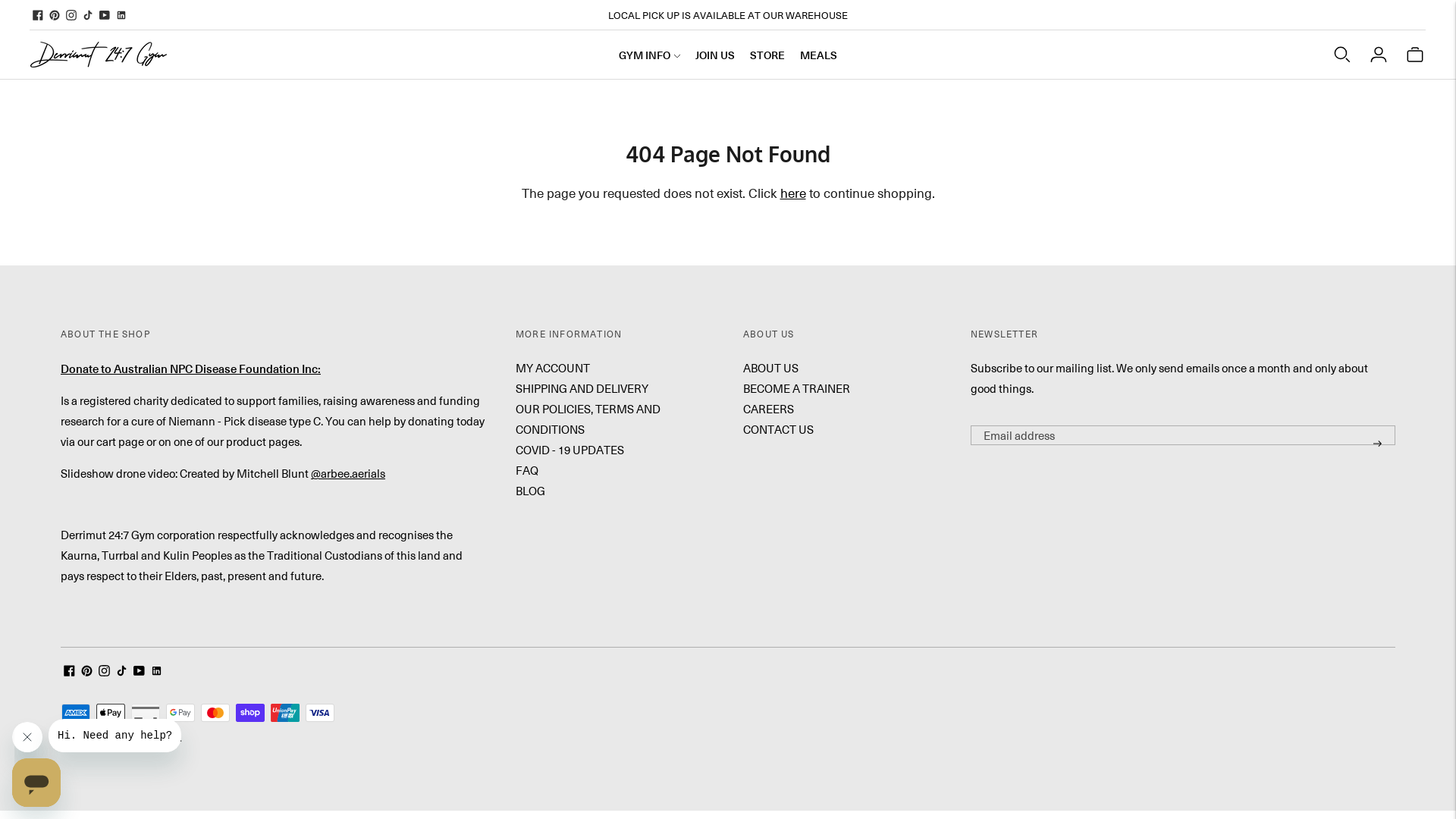 The height and width of the screenshot is (819, 1456). Describe the element at coordinates (516, 419) in the screenshot. I see `'OUR POLICIES, TERMS AND CONDITIONS'` at that location.